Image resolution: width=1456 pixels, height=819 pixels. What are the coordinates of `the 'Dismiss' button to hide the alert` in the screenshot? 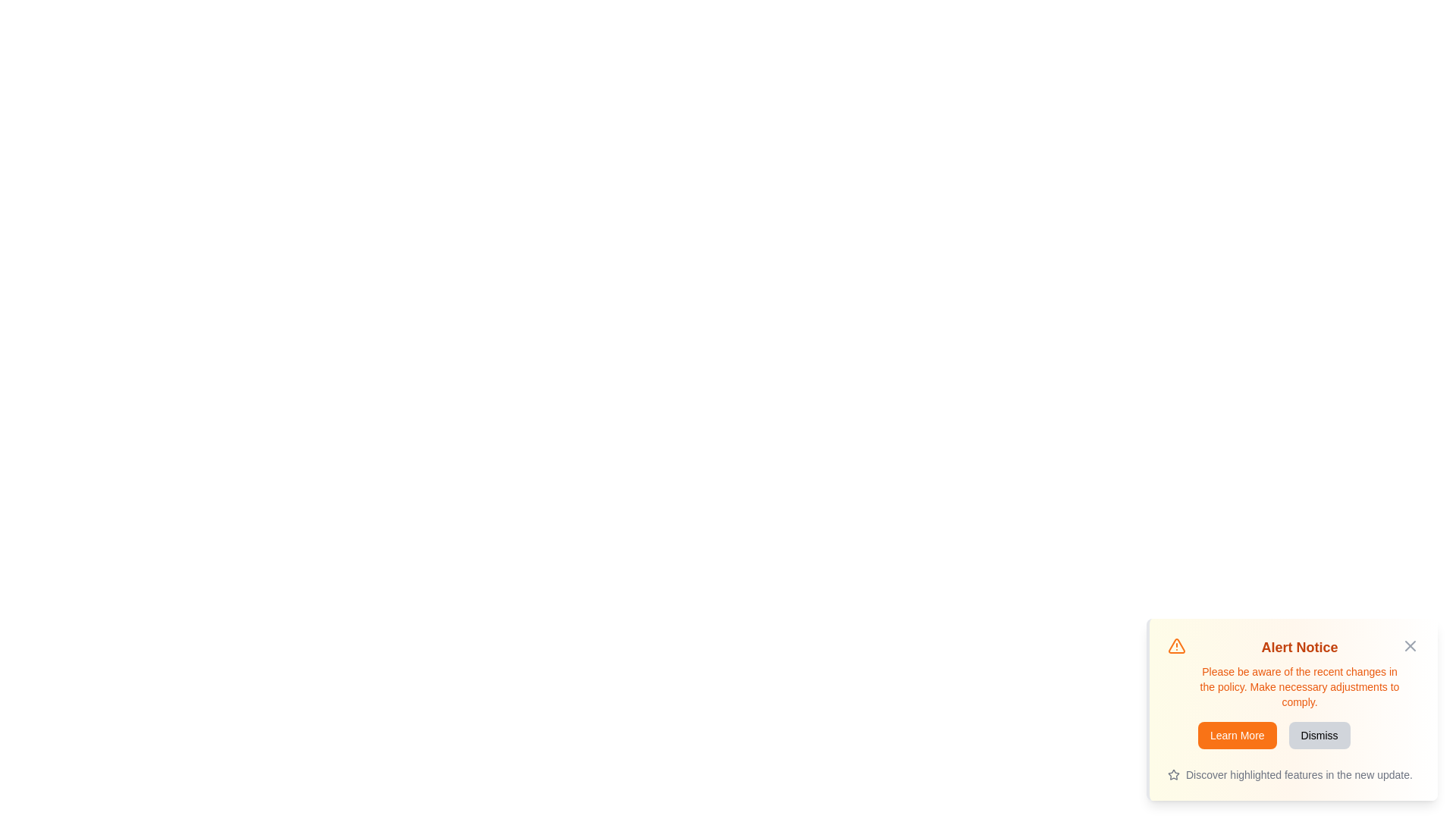 It's located at (1318, 734).